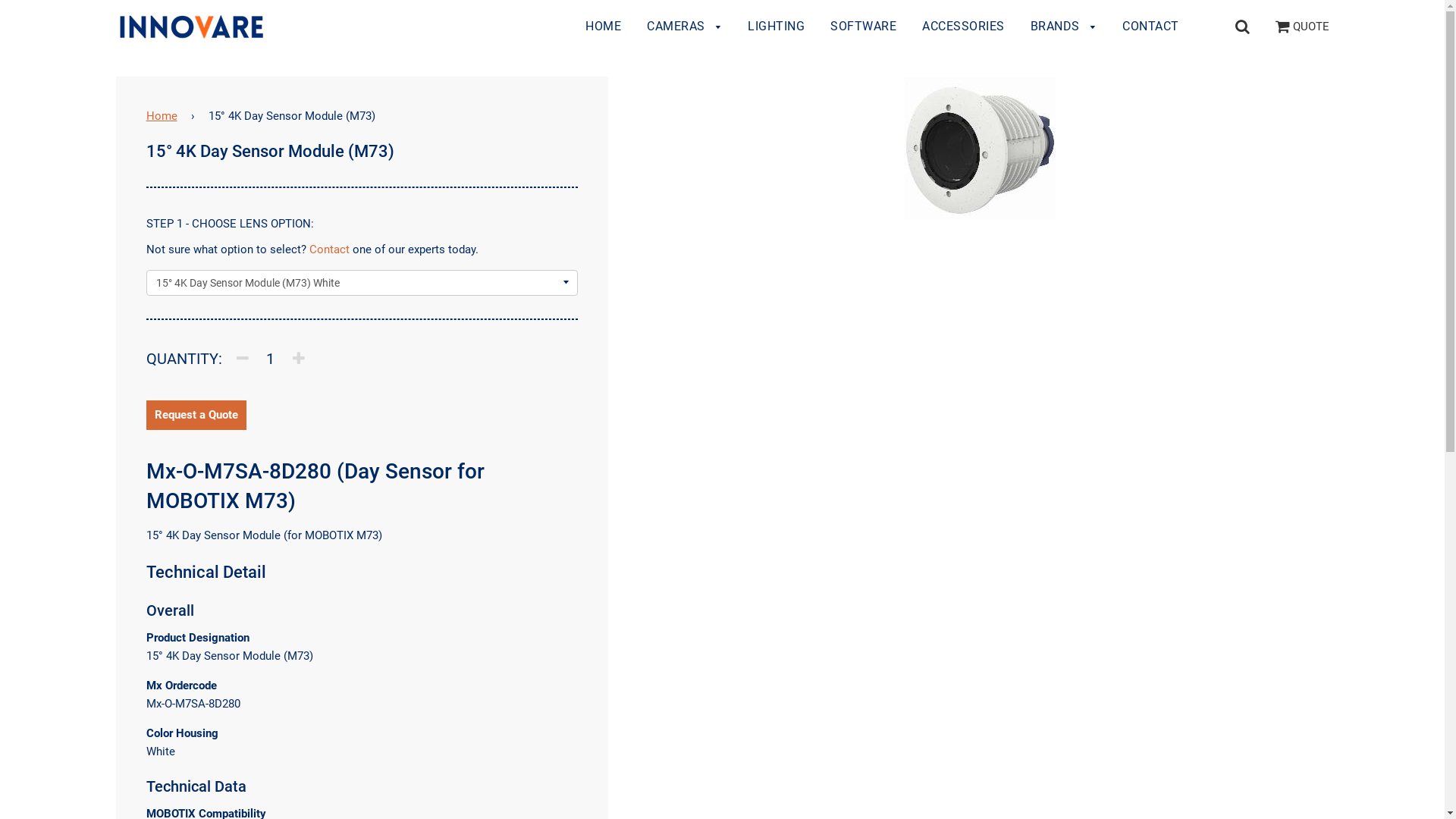 This screenshot has height=819, width=1456. What do you see at coordinates (164, 115) in the screenshot?
I see `'Home'` at bounding box center [164, 115].